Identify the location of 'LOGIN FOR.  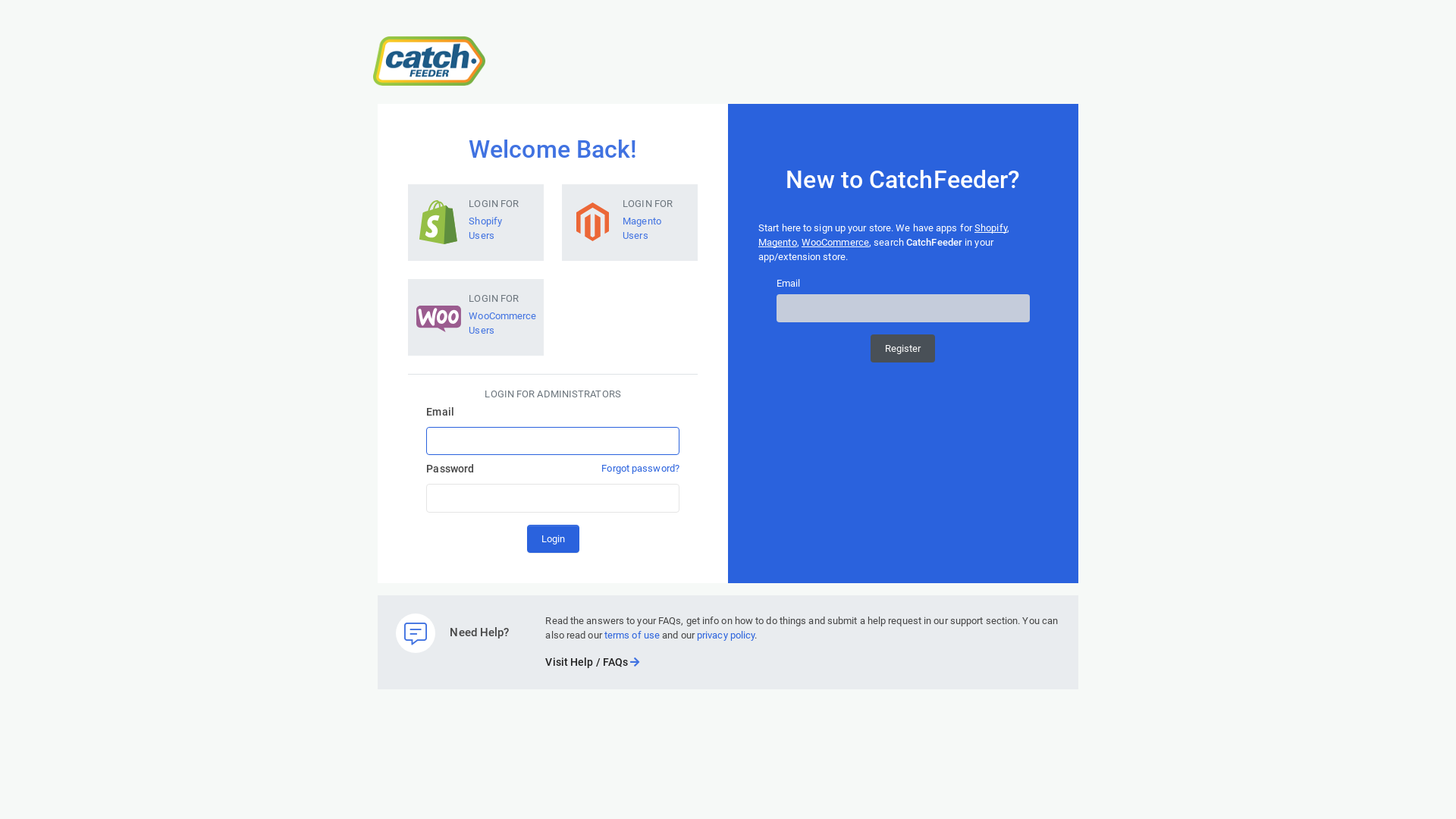
(475, 219).